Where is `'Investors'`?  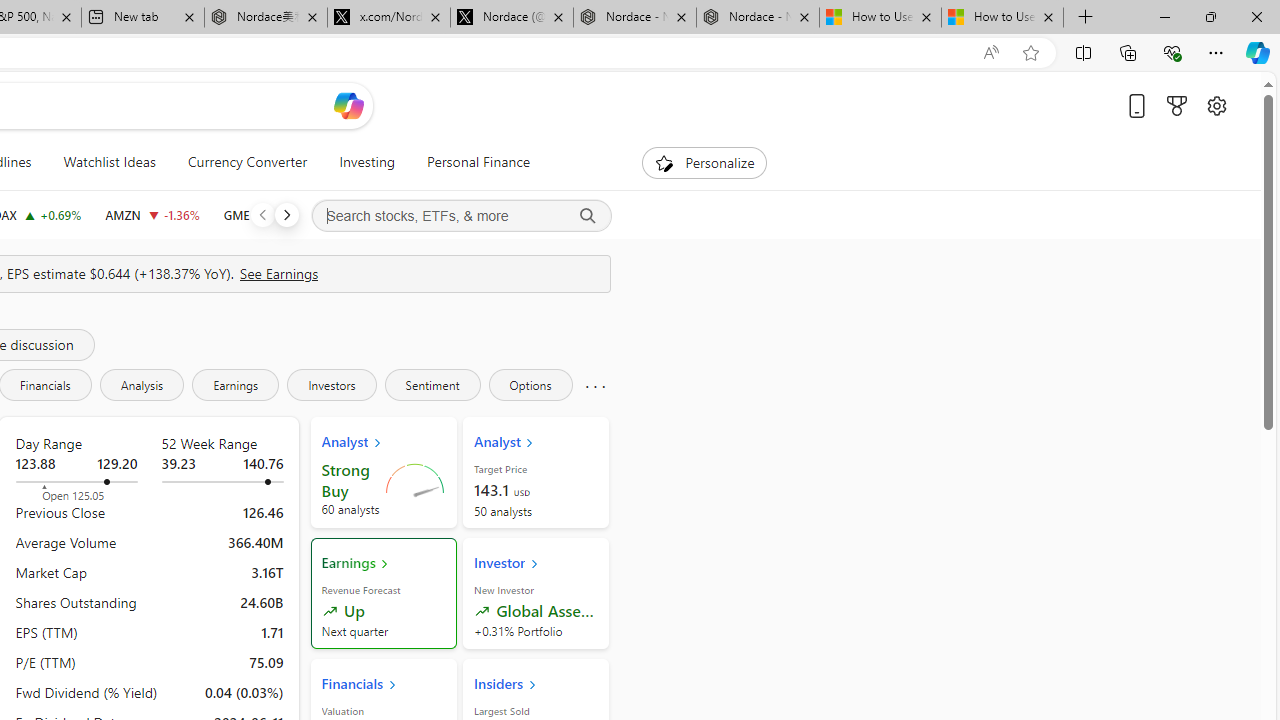
'Investors' is located at coordinates (332, 384).